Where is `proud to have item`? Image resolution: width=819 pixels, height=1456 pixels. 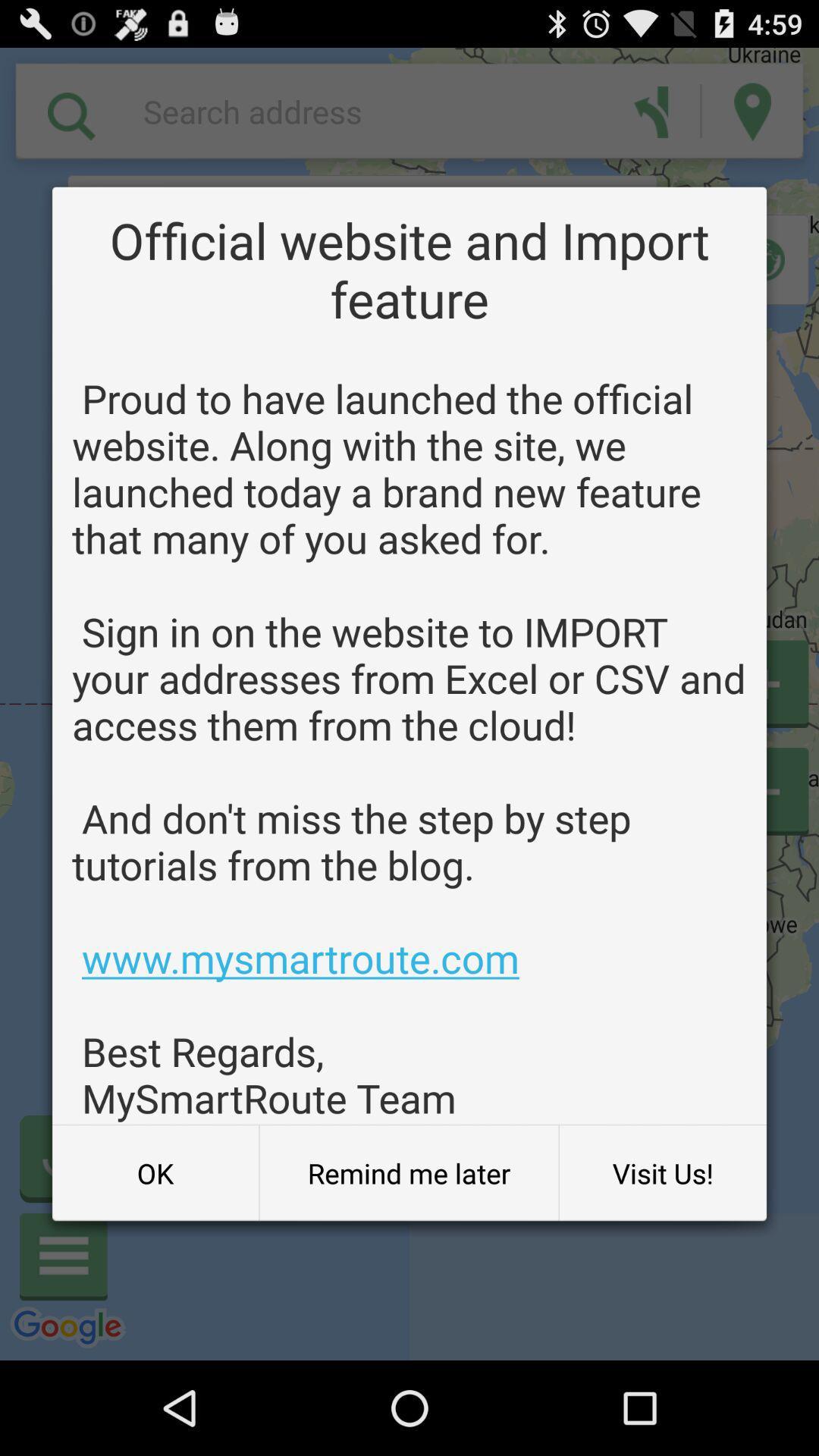
proud to have item is located at coordinates (409, 748).